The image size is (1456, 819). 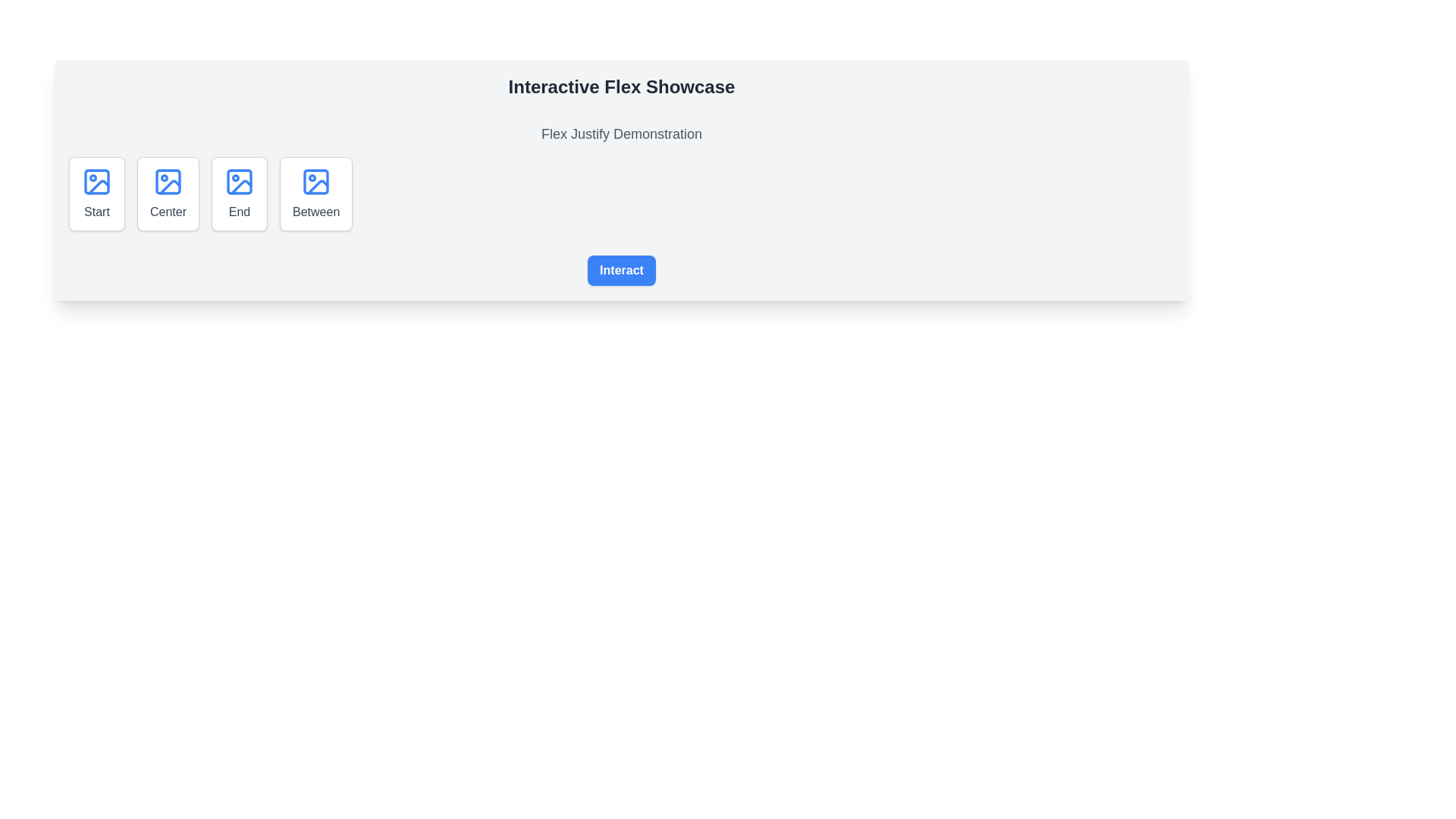 What do you see at coordinates (239, 180) in the screenshot?
I see `the decorative shape within the 'End' button` at bounding box center [239, 180].